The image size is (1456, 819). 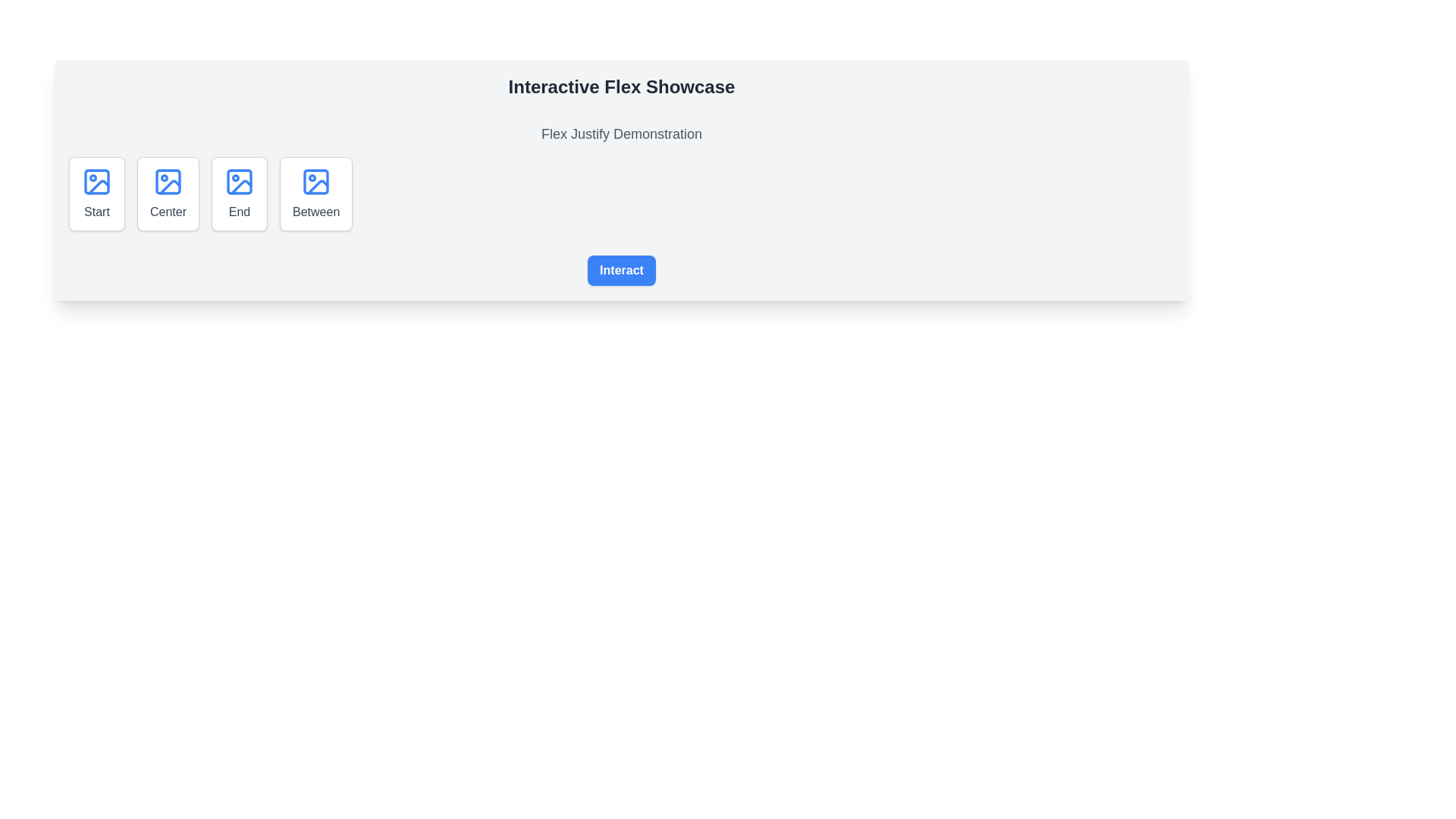 What do you see at coordinates (239, 180) in the screenshot?
I see `the decorative shape within the 'End' button` at bounding box center [239, 180].